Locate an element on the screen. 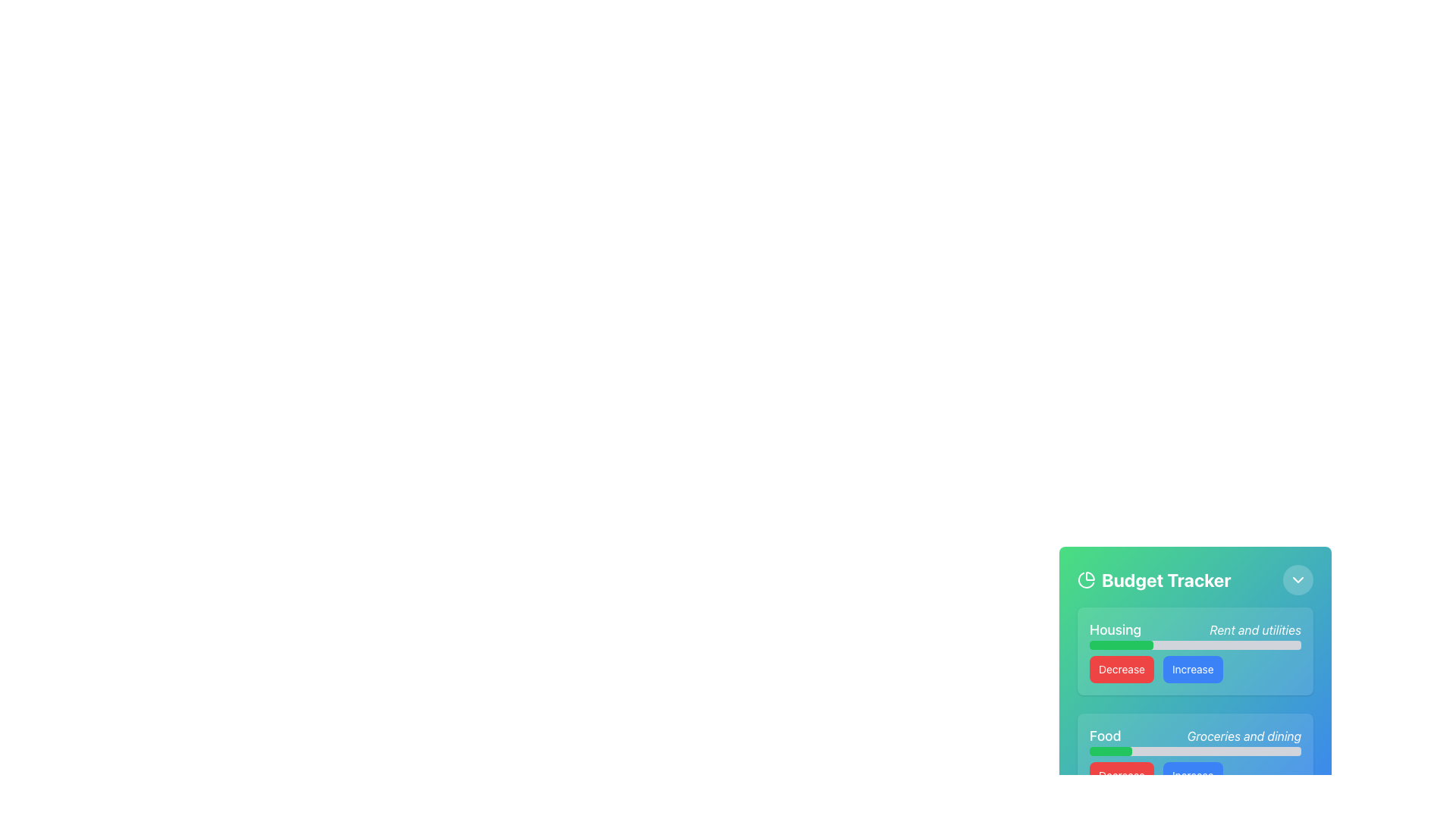  the horizontal progress bar located below the 'Housing' header, which has a light gray background and a green segment covering about 30% of its length is located at coordinates (1194, 645).